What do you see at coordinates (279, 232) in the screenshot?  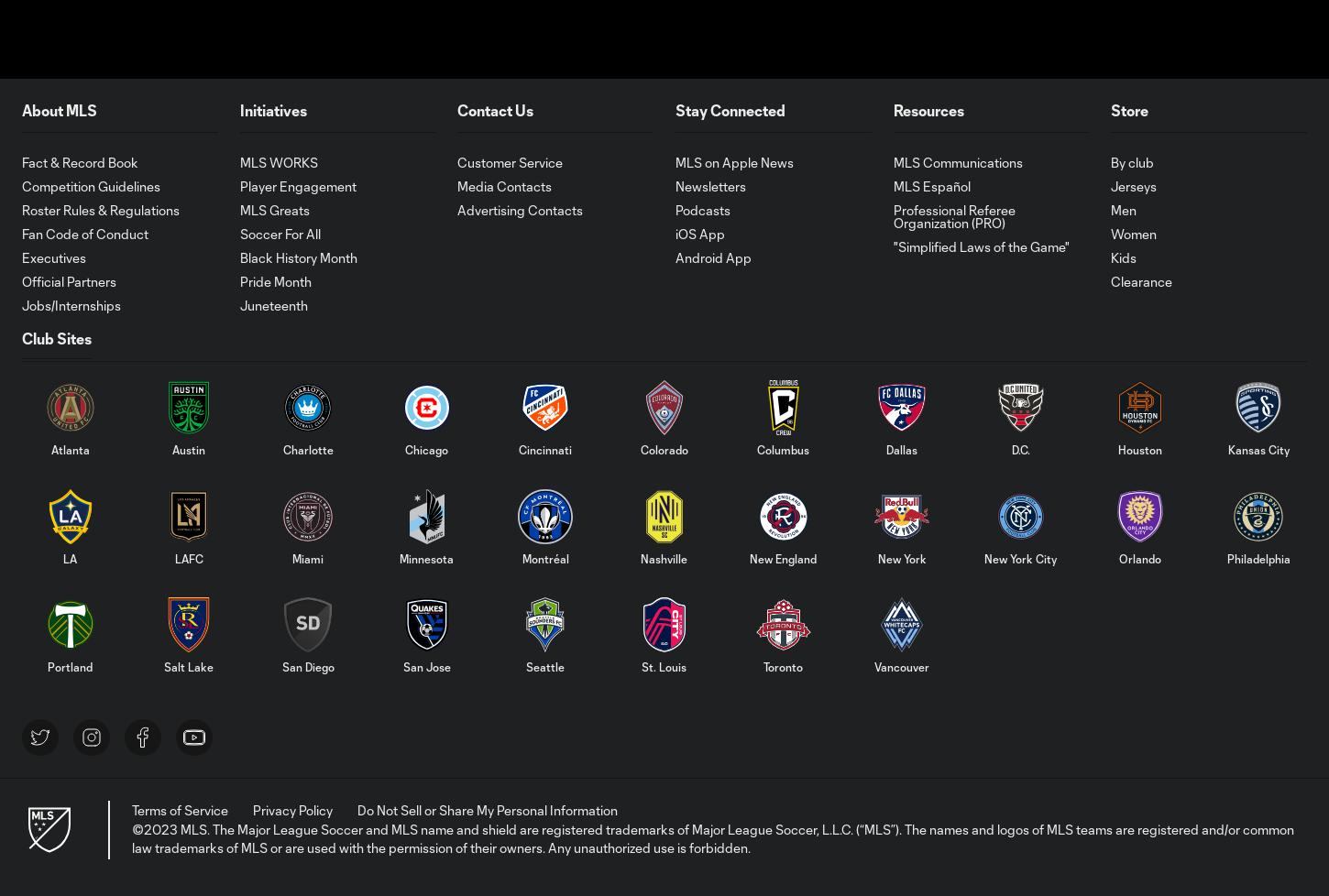 I see `'Soccer For All'` at bounding box center [279, 232].